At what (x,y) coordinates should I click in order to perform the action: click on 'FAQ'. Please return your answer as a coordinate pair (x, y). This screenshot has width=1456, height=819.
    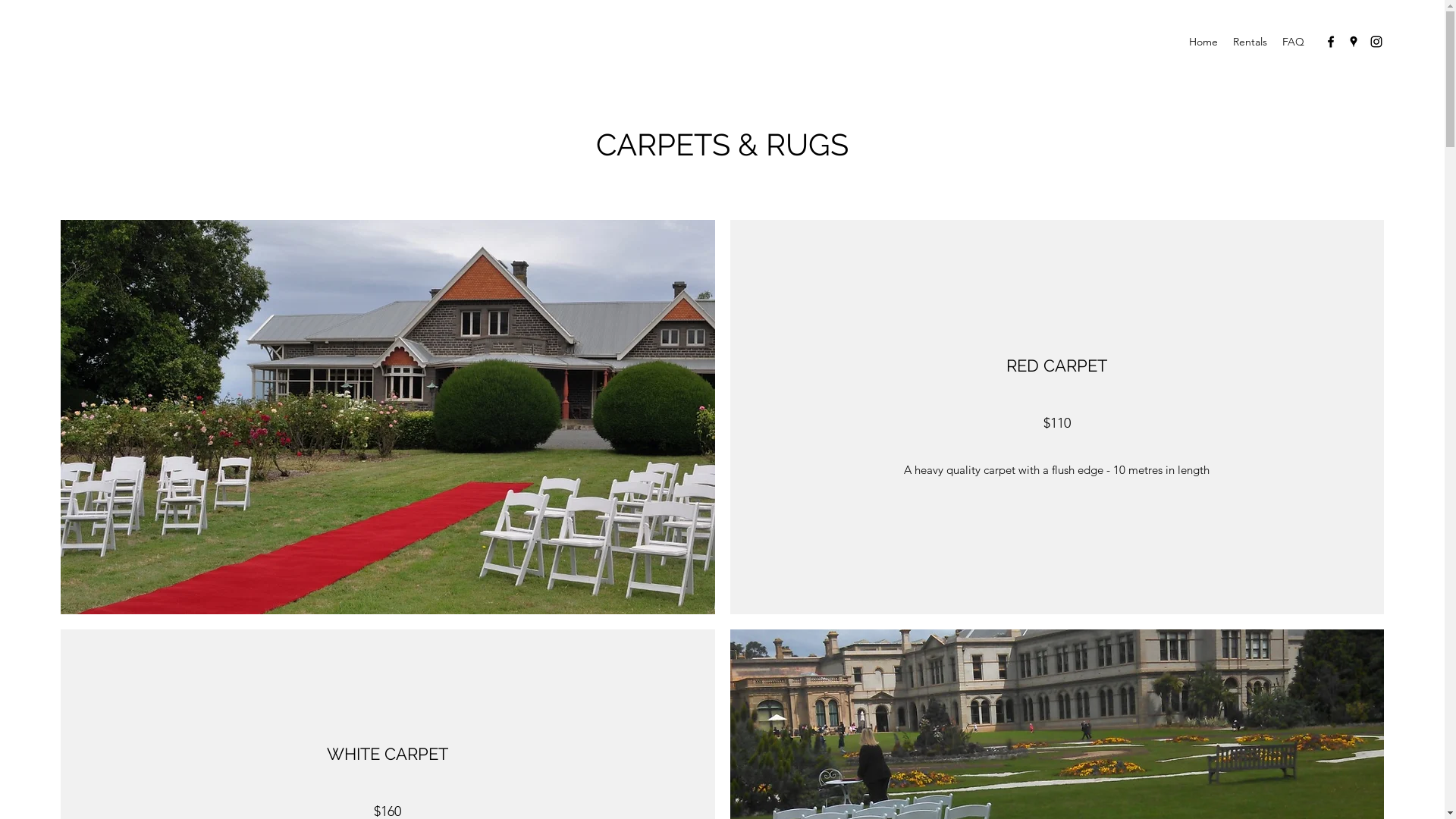
    Looking at the image, I should click on (1292, 40).